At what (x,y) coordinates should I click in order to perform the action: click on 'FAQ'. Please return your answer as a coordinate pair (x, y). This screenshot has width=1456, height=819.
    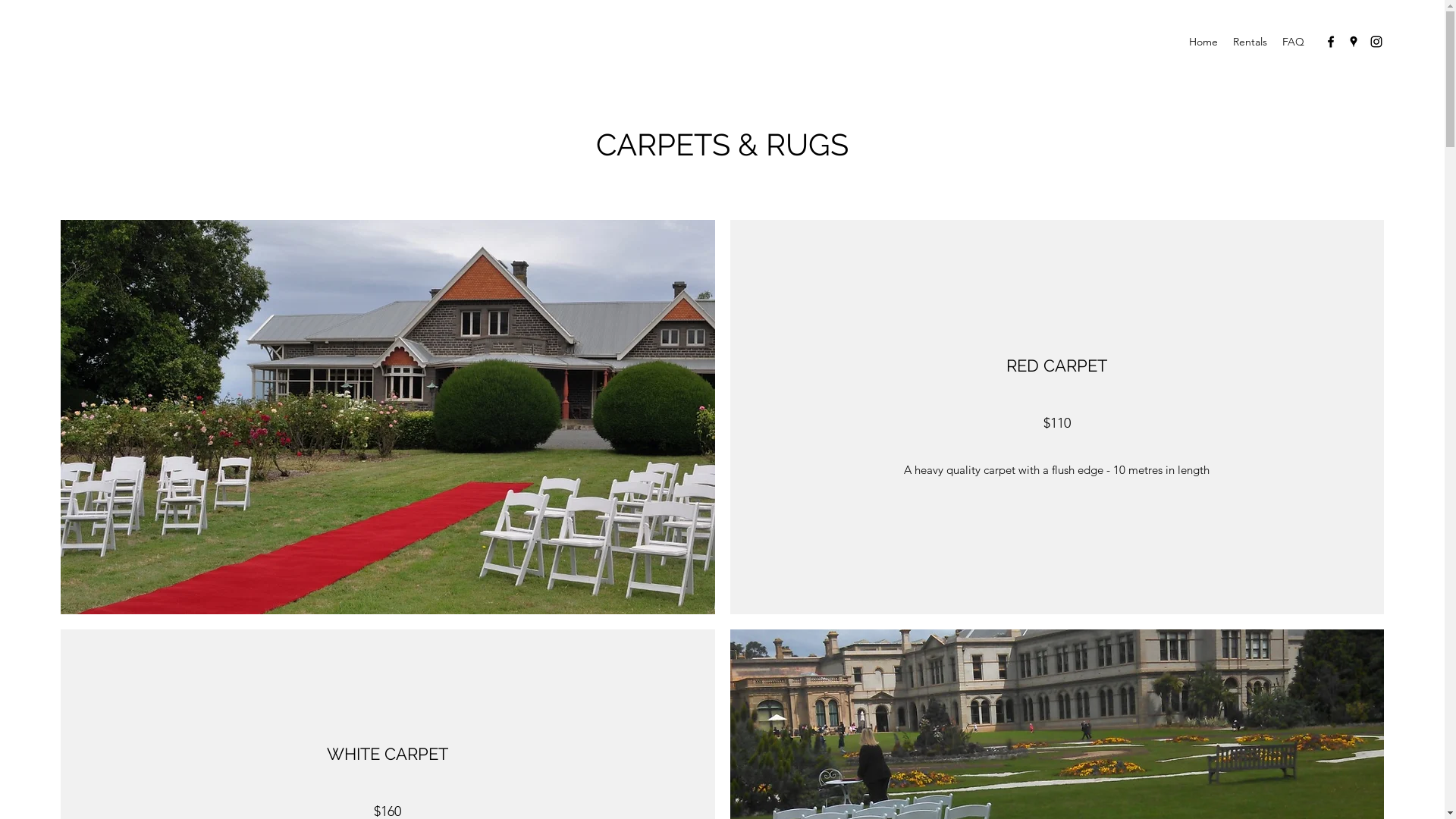
    Looking at the image, I should click on (1292, 40).